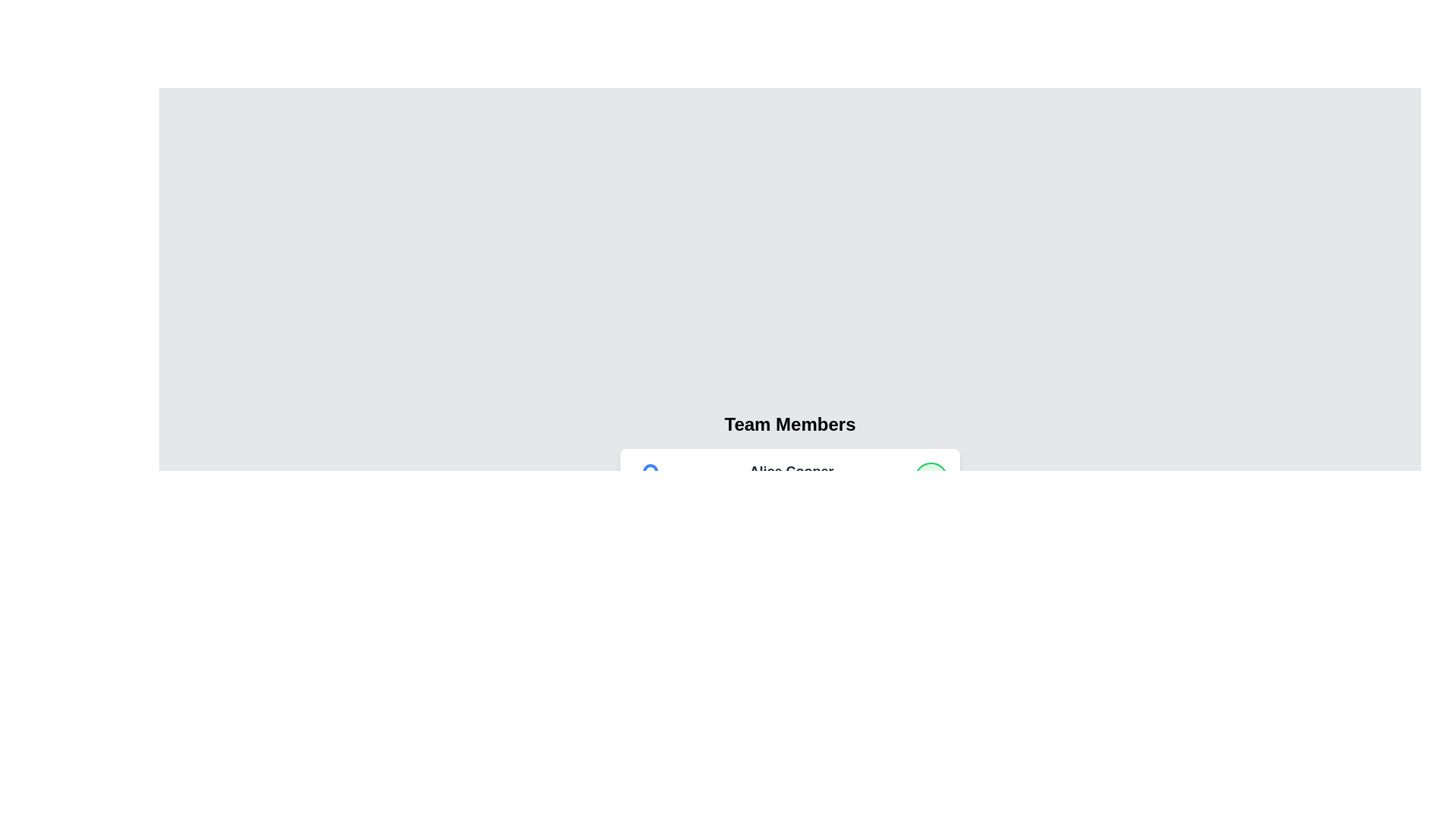  What do you see at coordinates (789, 479) in the screenshot?
I see `the User profile card for 'Alice Cooper', which is visually characterized by a blue profile icon, bold text with the name 'Alice Cooper' and title 'Leader', and a green status indicator` at bounding box center [789, 479].